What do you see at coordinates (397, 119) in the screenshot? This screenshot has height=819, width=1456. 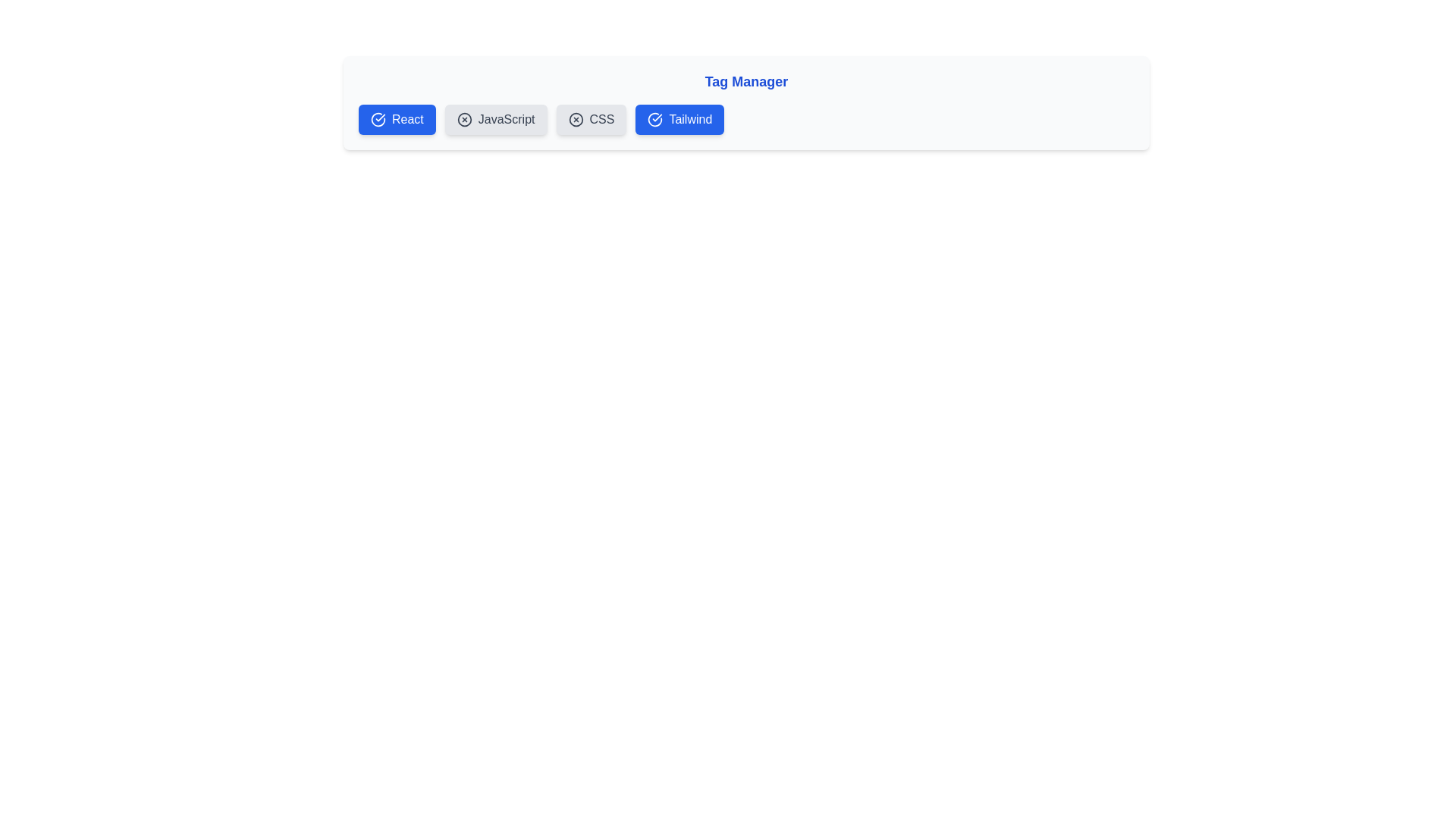 I see `the tag labeled React` at bounding box center [397, 119].